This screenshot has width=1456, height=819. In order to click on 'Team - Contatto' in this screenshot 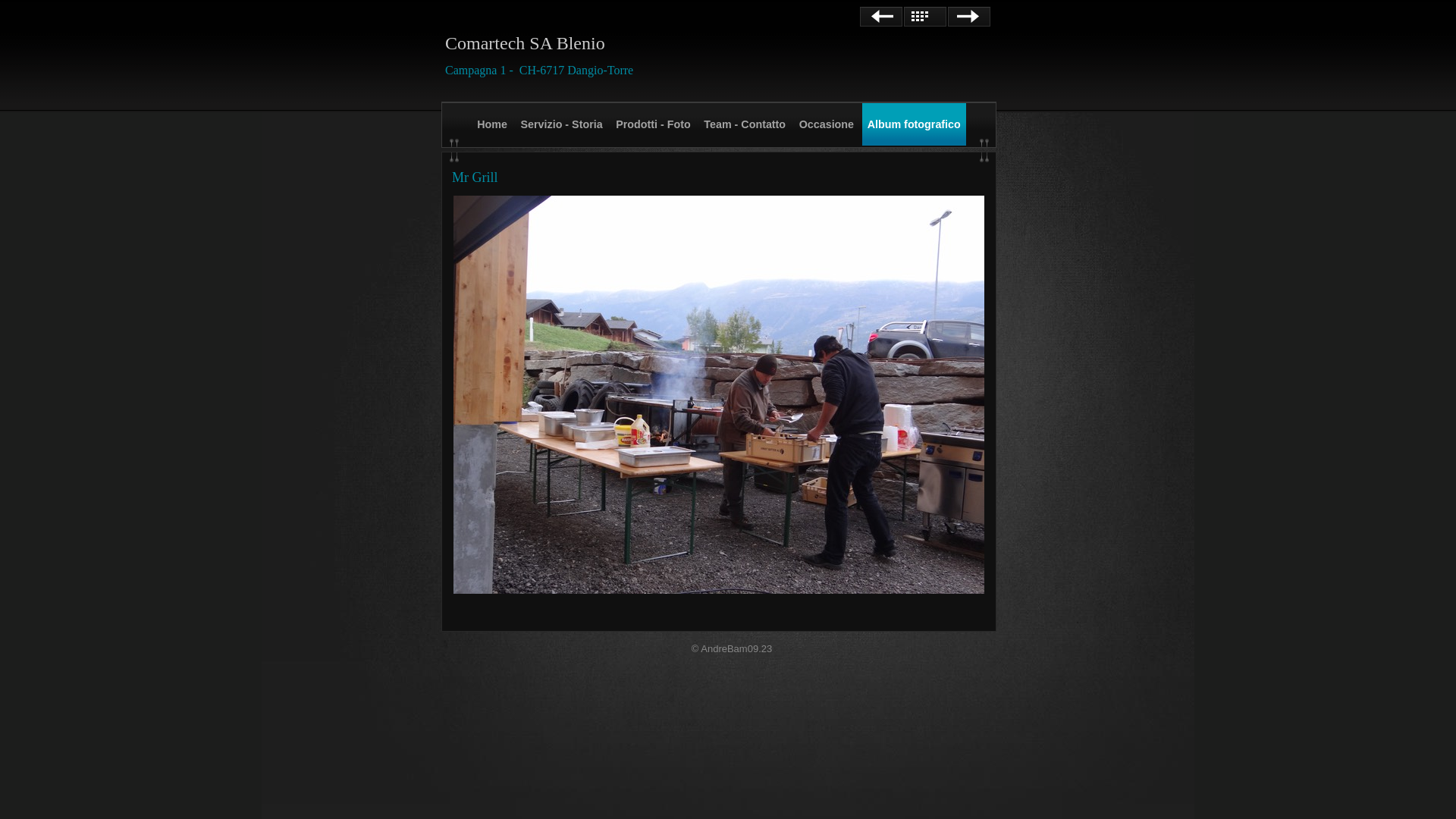, I will do `click(745, 124)`.